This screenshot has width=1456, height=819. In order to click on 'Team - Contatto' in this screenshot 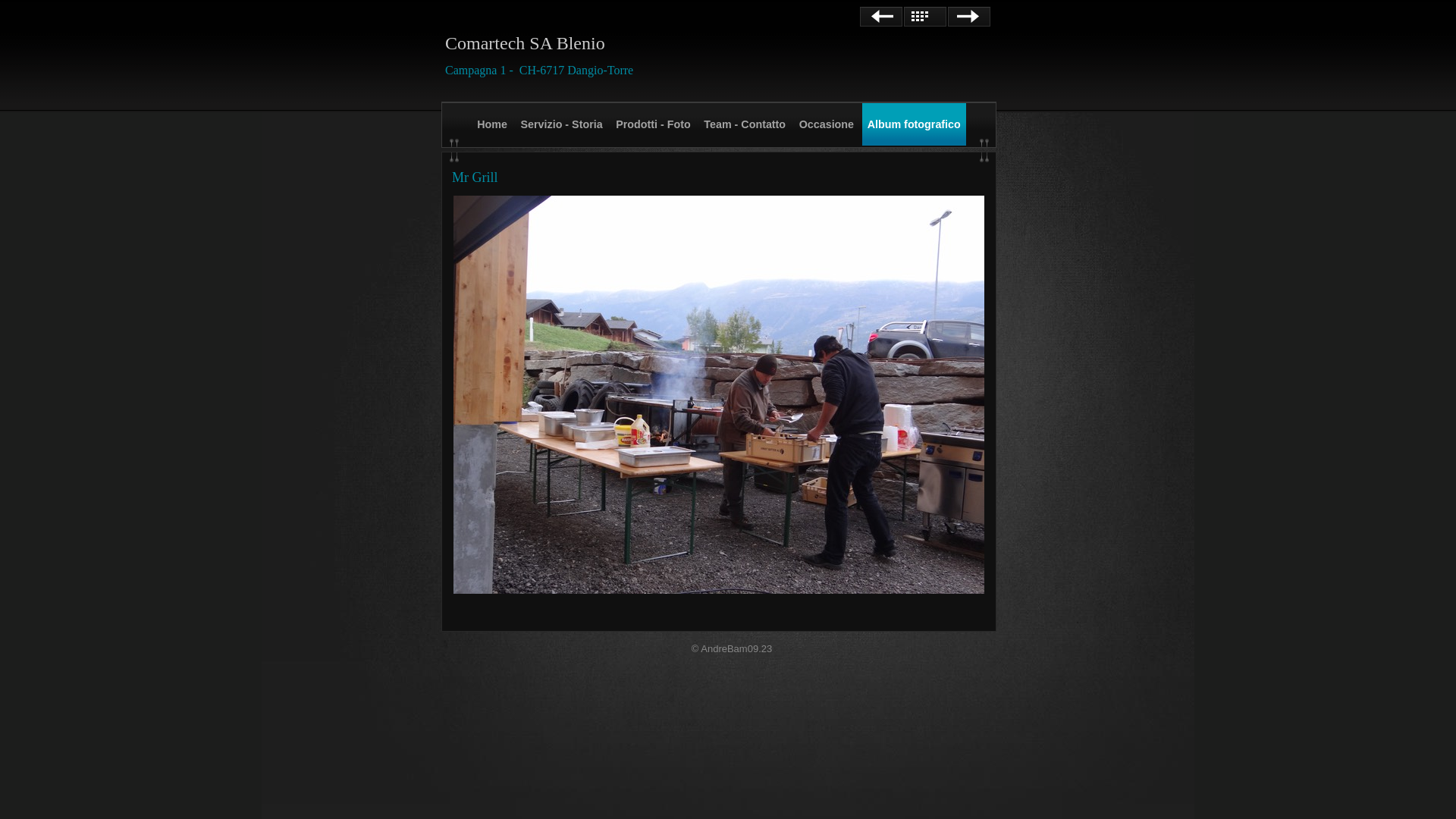, I will do `click(745, 124)`.